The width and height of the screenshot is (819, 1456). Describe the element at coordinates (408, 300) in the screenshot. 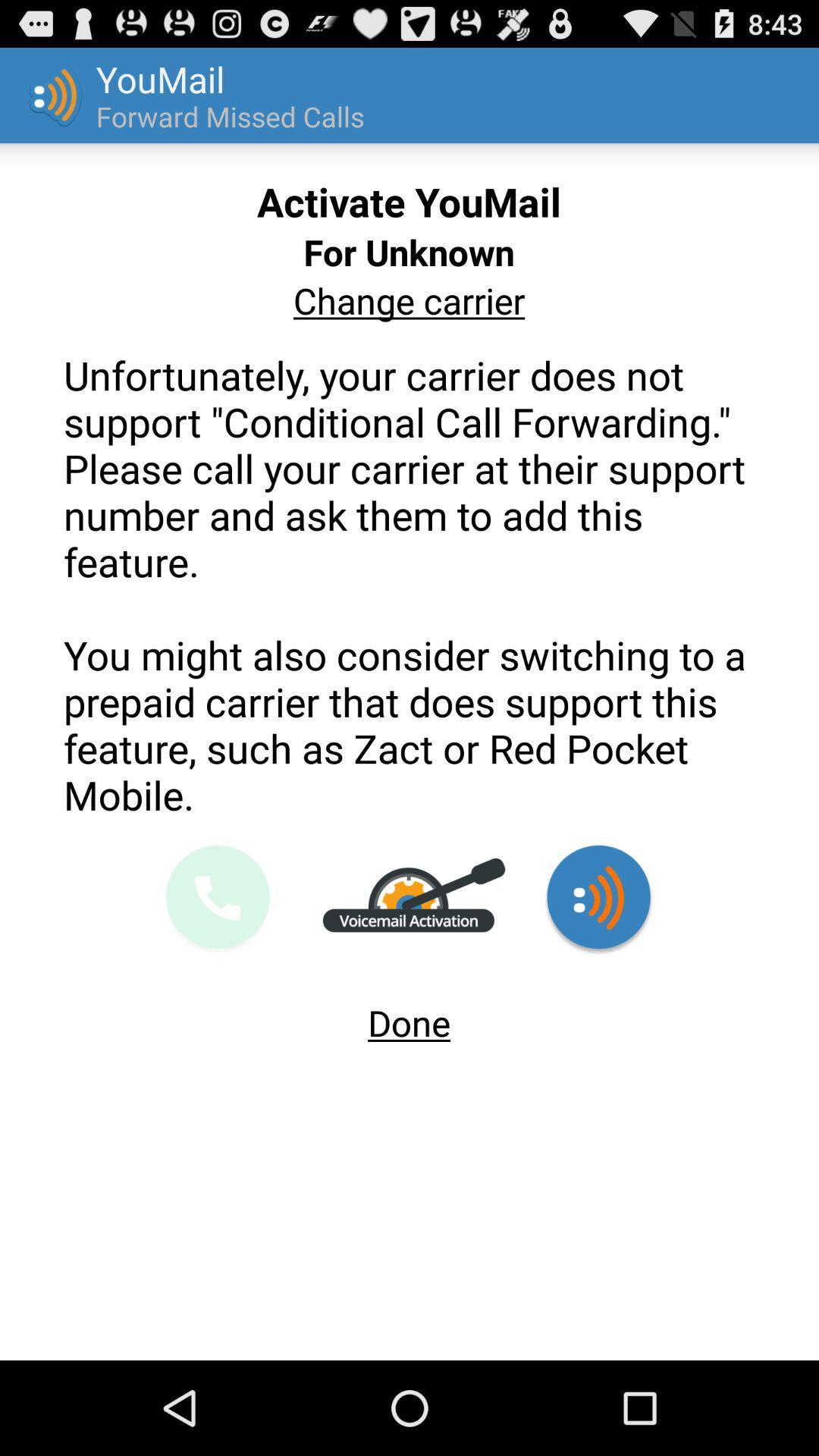

I see `item above unfortunately your carrier item` at that location.